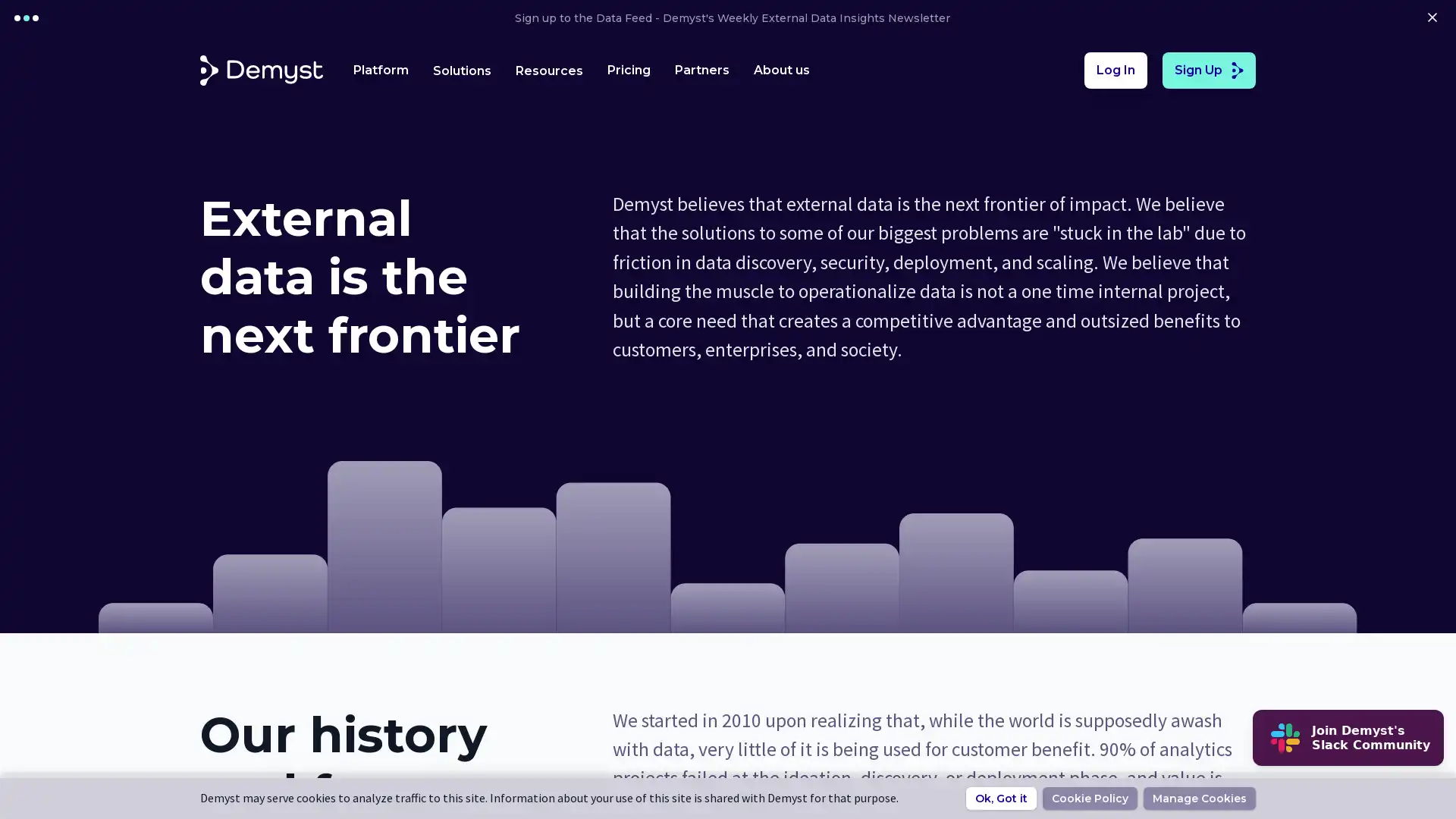 This screenshot has height=819, width=1456. Describe the element at coordinates (26, 17) in the screenshot. I see `Banner control button 1` at that location.